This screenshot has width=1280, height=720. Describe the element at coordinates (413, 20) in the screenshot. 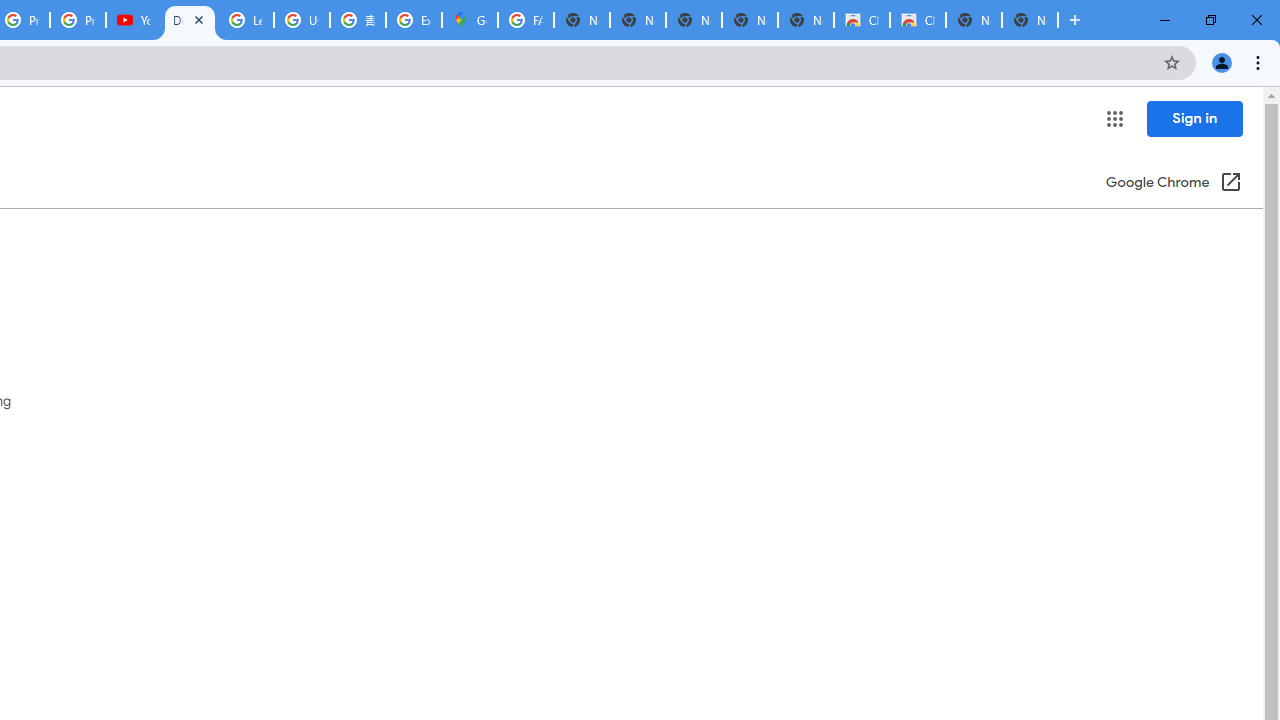

I see `'Explore new street-level details - Google Maps Help'` at that location.